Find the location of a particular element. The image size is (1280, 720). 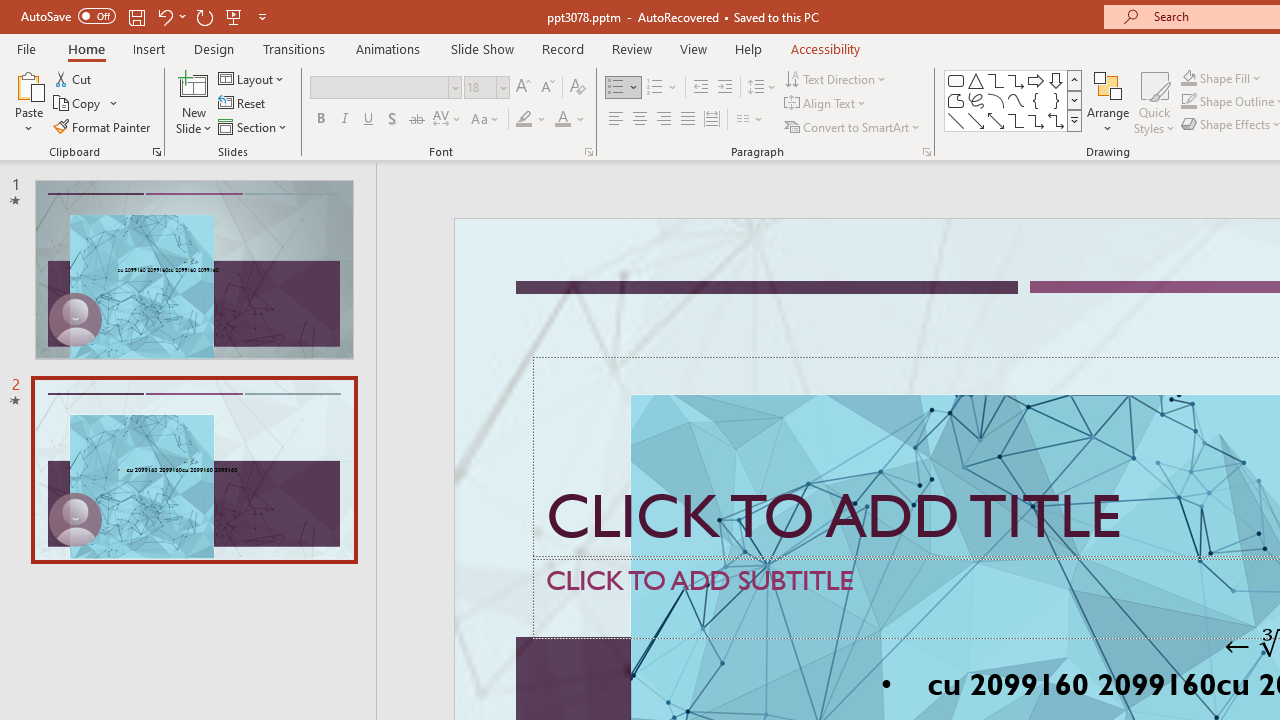

'Transitions' is located at coordinates (294, 48).